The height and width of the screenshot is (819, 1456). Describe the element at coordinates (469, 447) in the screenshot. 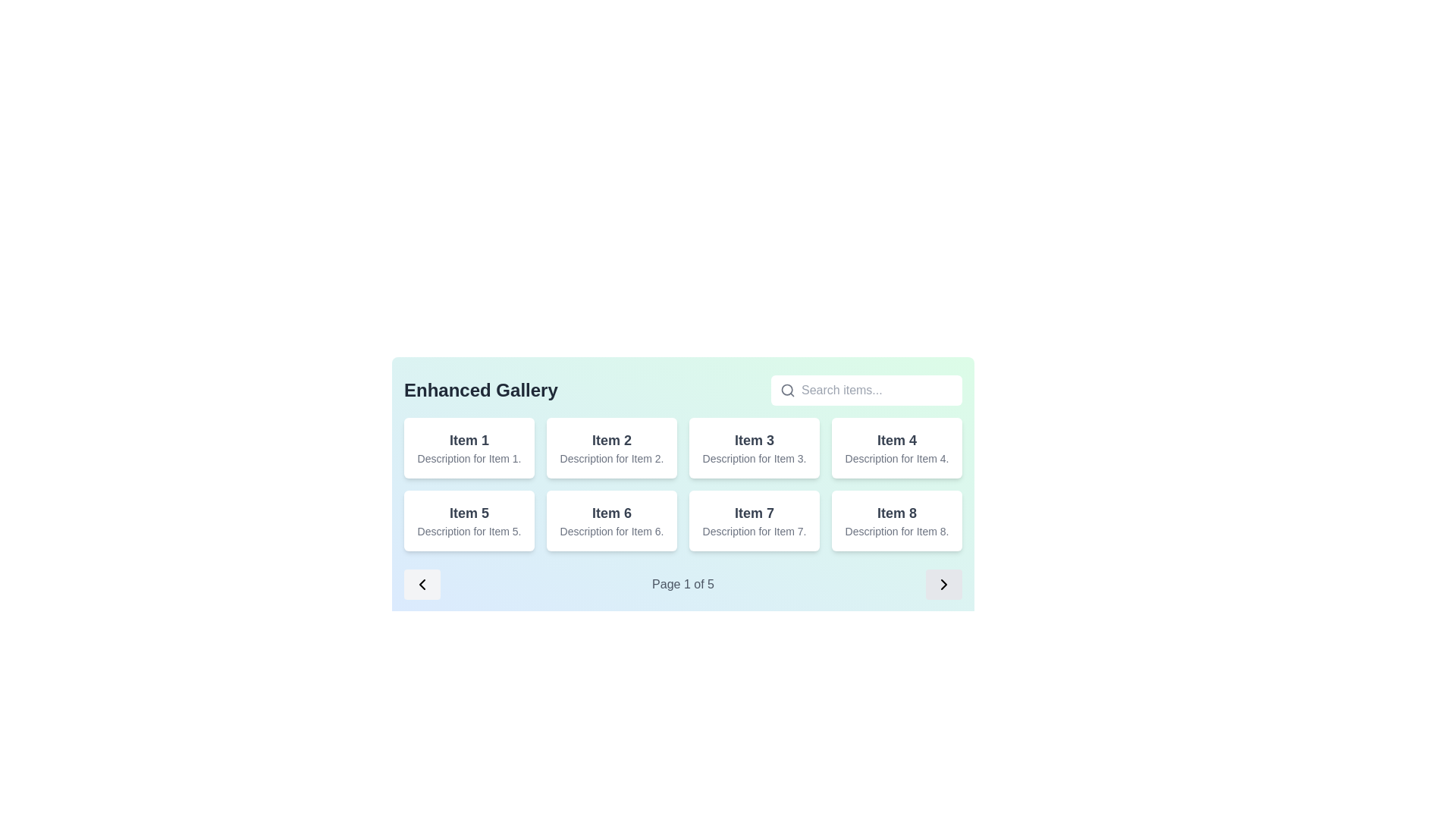

I see `the Information card located in the top-left of the grid layout, which displays concise information about an item` at that location.